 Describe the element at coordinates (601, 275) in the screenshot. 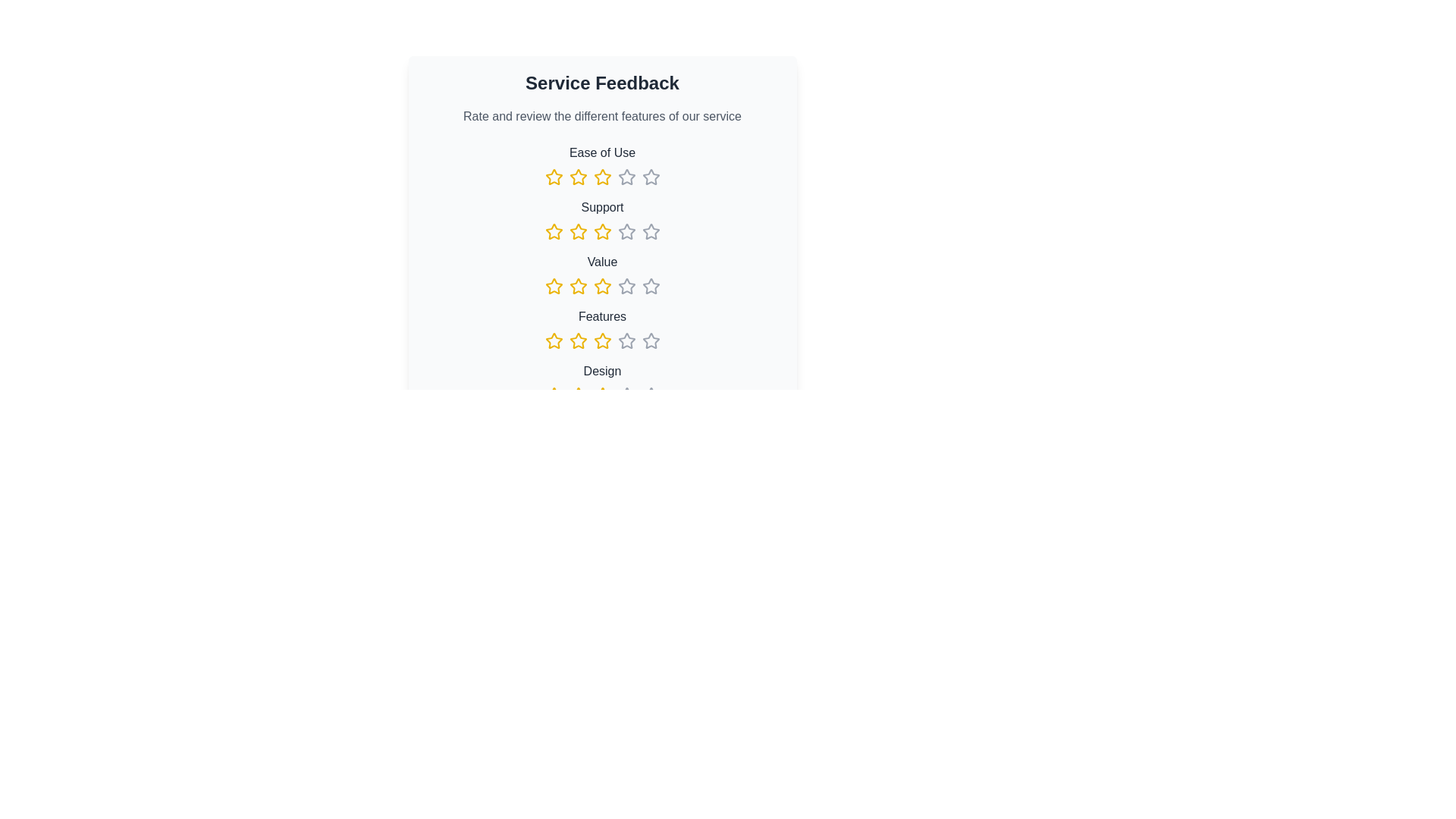

I see `the 'Value' rating element, which is the third category in a vertical list of rating criteria, displaying a five-star rating for evaluating service aspects` at that location.